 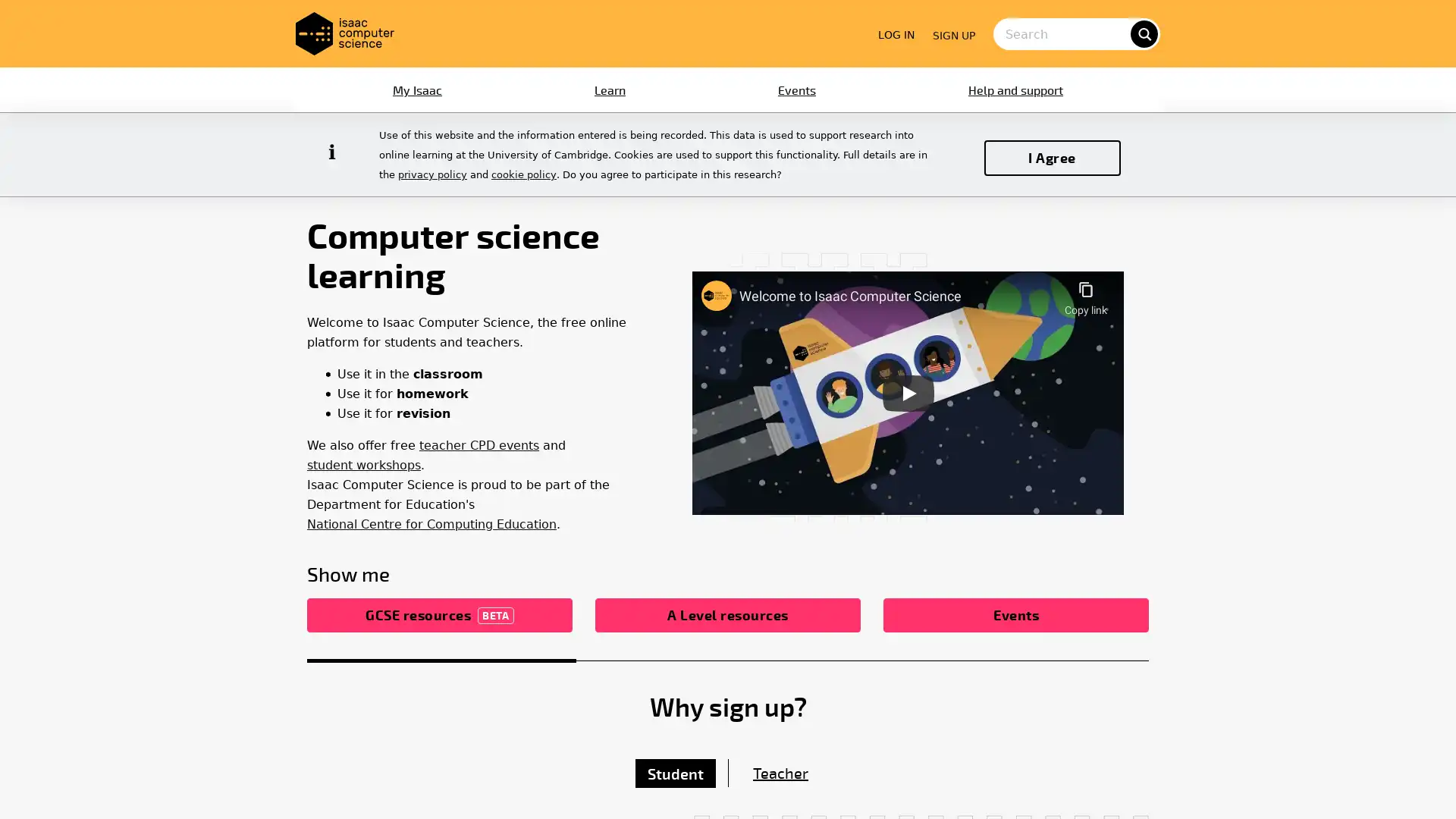 I want to click on I Agree, so click(x=1051, y=157).